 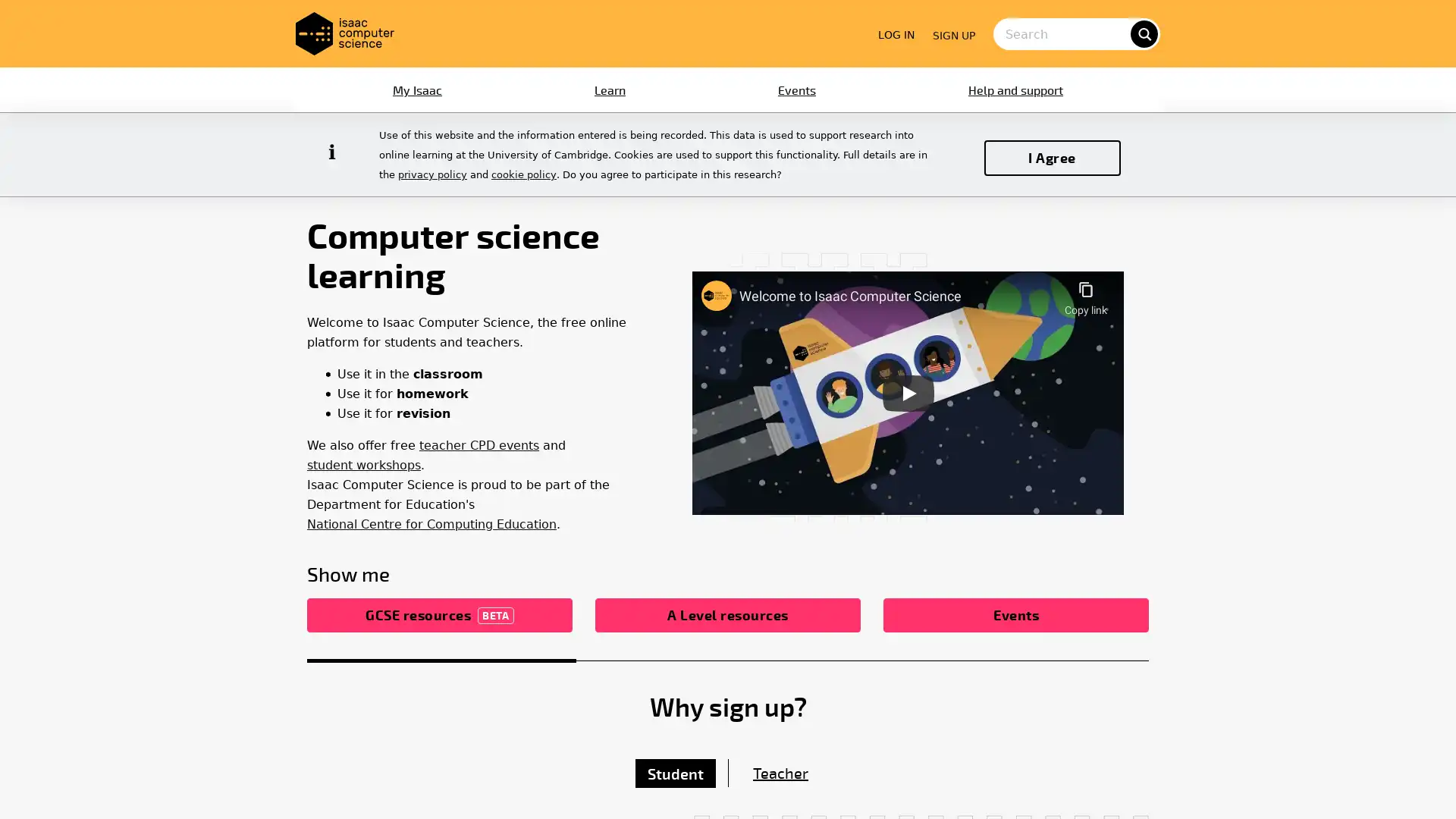 I want to click on I Agree, so click(x=1051, y=157).